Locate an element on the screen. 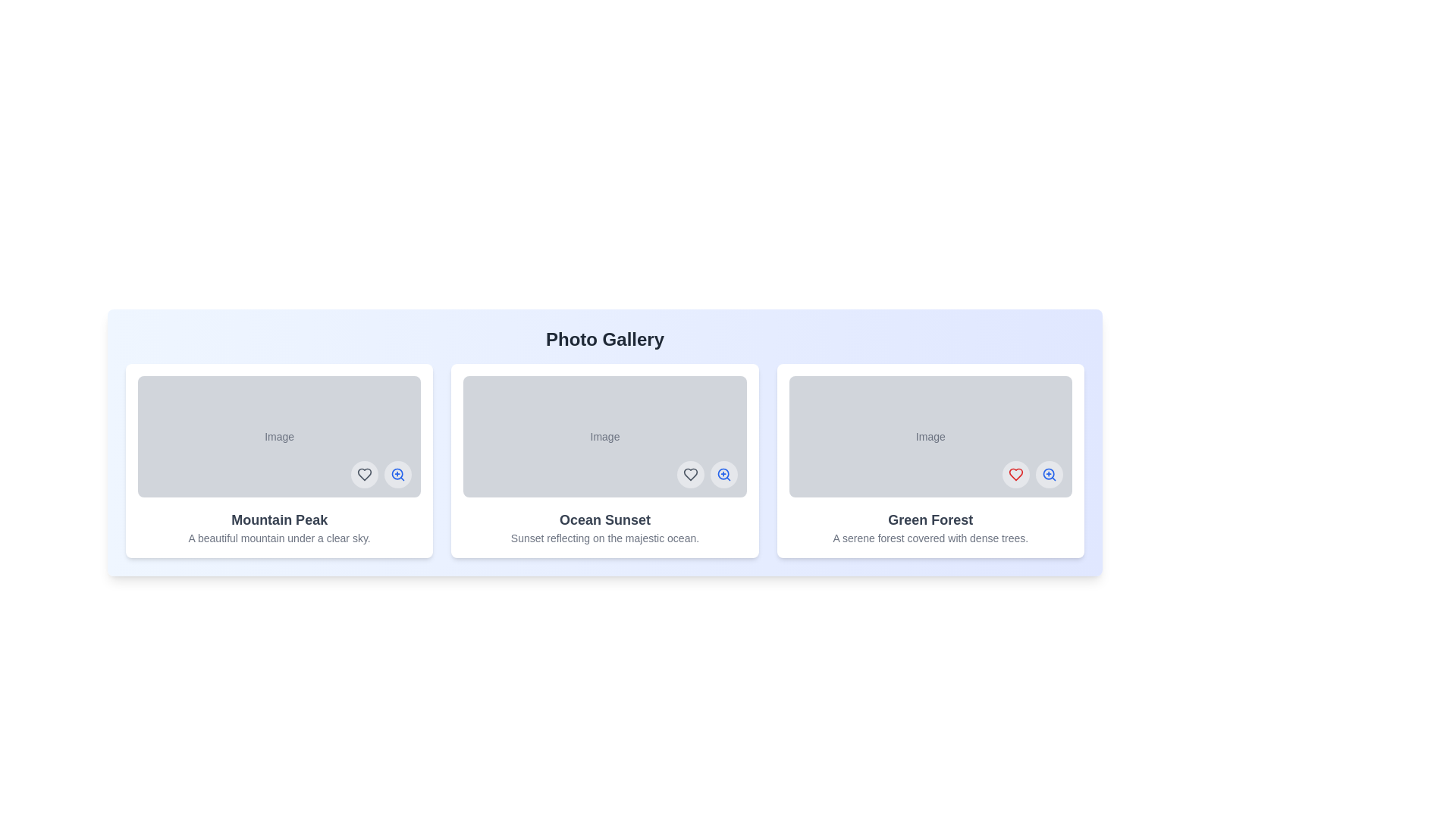 The image size is (1456, 819). the title of the image titled Mountain Peak to focus on it is located at coordinates (279, 519).